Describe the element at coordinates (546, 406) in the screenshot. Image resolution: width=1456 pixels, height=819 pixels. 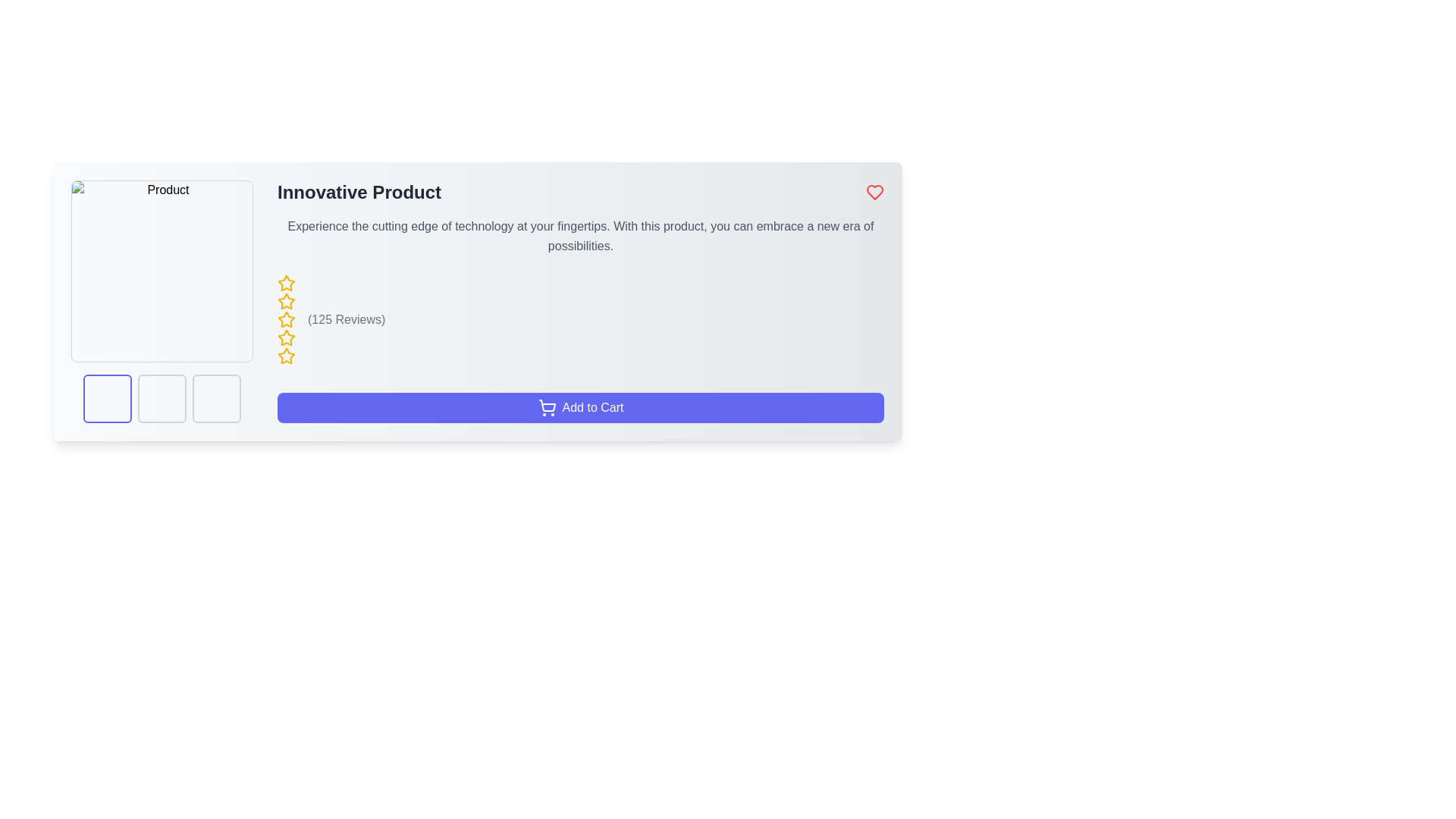
I see `the 'Add to Cart' button which contains a shopping cart icon on the left side, styled with a bold blue background and white text` at that location.